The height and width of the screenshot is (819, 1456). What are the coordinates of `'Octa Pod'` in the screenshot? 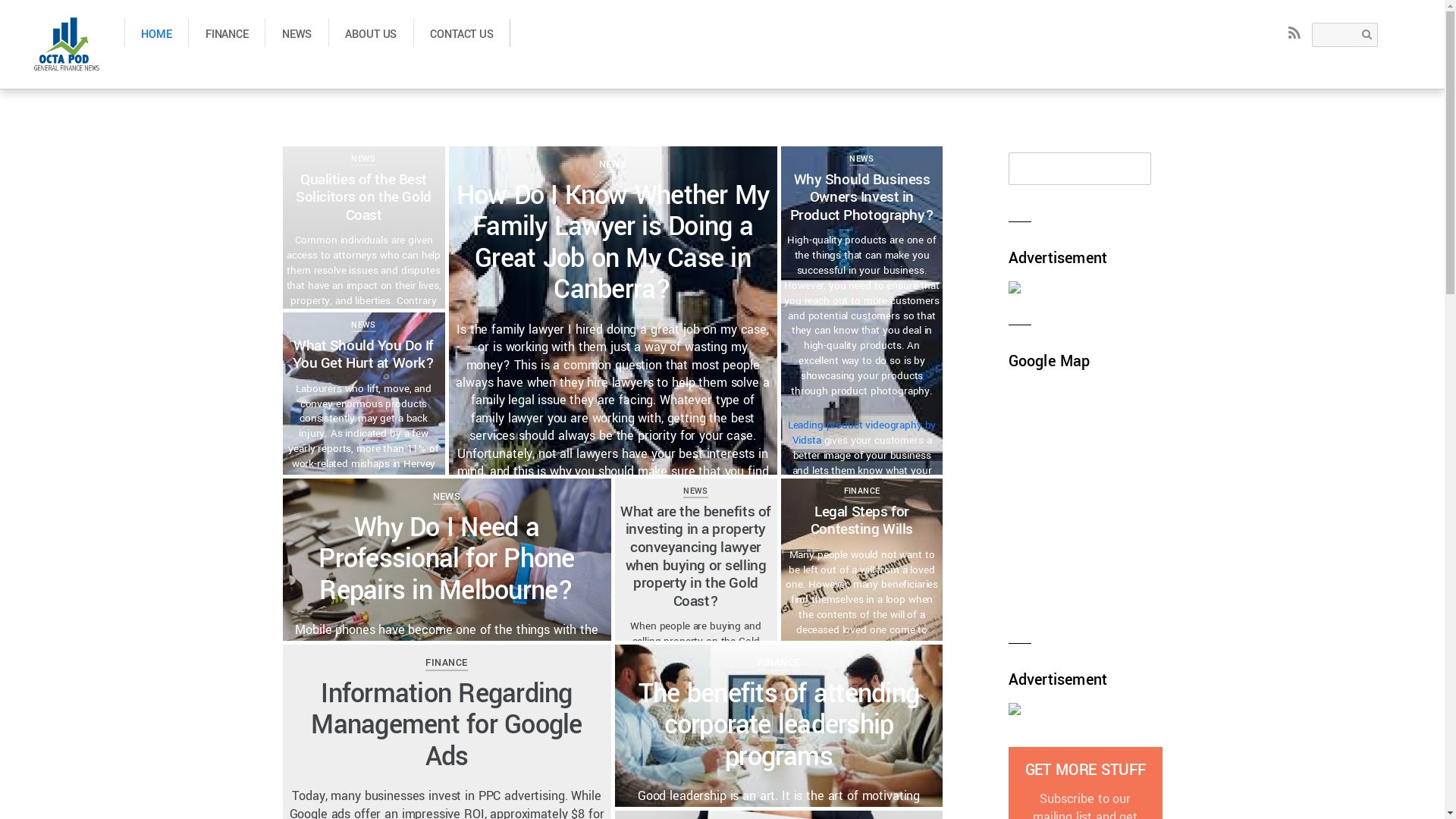 It's located at (65, 61).